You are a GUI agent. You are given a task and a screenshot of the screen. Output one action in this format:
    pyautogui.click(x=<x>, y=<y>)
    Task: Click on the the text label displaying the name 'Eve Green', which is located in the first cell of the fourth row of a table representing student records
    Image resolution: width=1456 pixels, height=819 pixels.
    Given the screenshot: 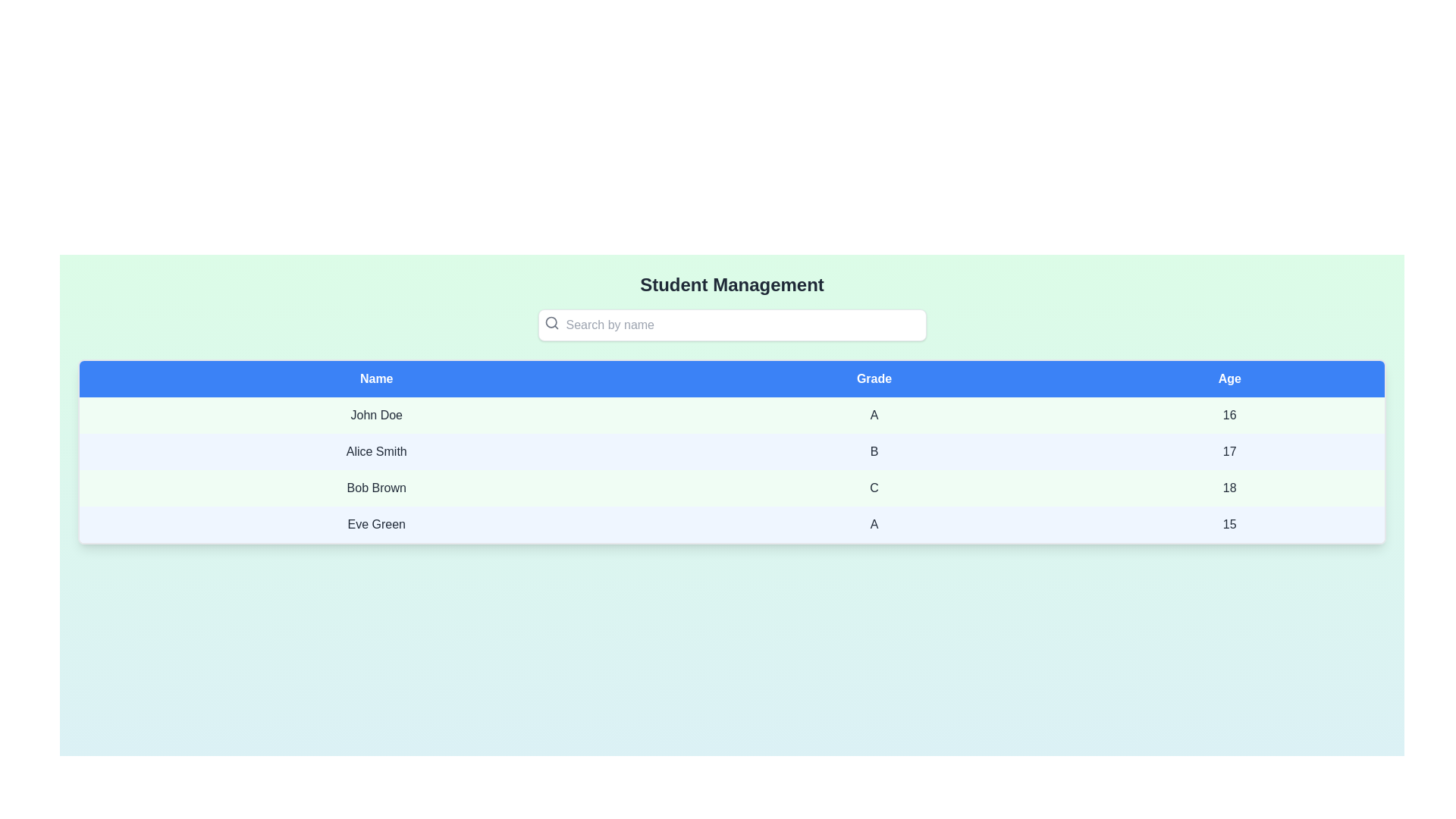 What is the action you would take?
    pyautogui.click(x=376, y=523)
    